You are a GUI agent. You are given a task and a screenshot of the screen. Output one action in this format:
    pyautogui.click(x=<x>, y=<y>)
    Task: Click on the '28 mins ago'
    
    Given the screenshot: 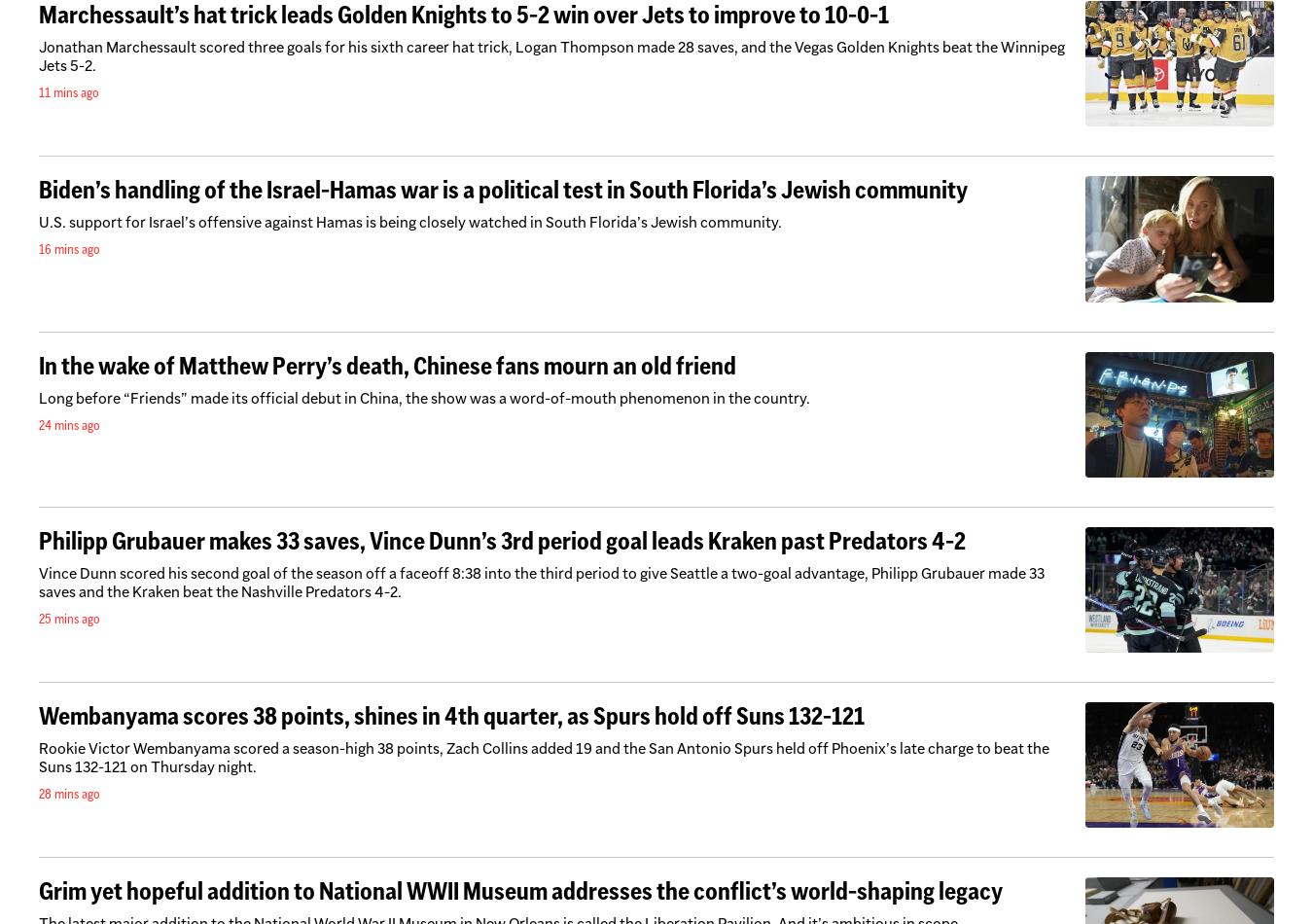 What is the action you would take?
    pyautogui.click(x=68, y=792)
    